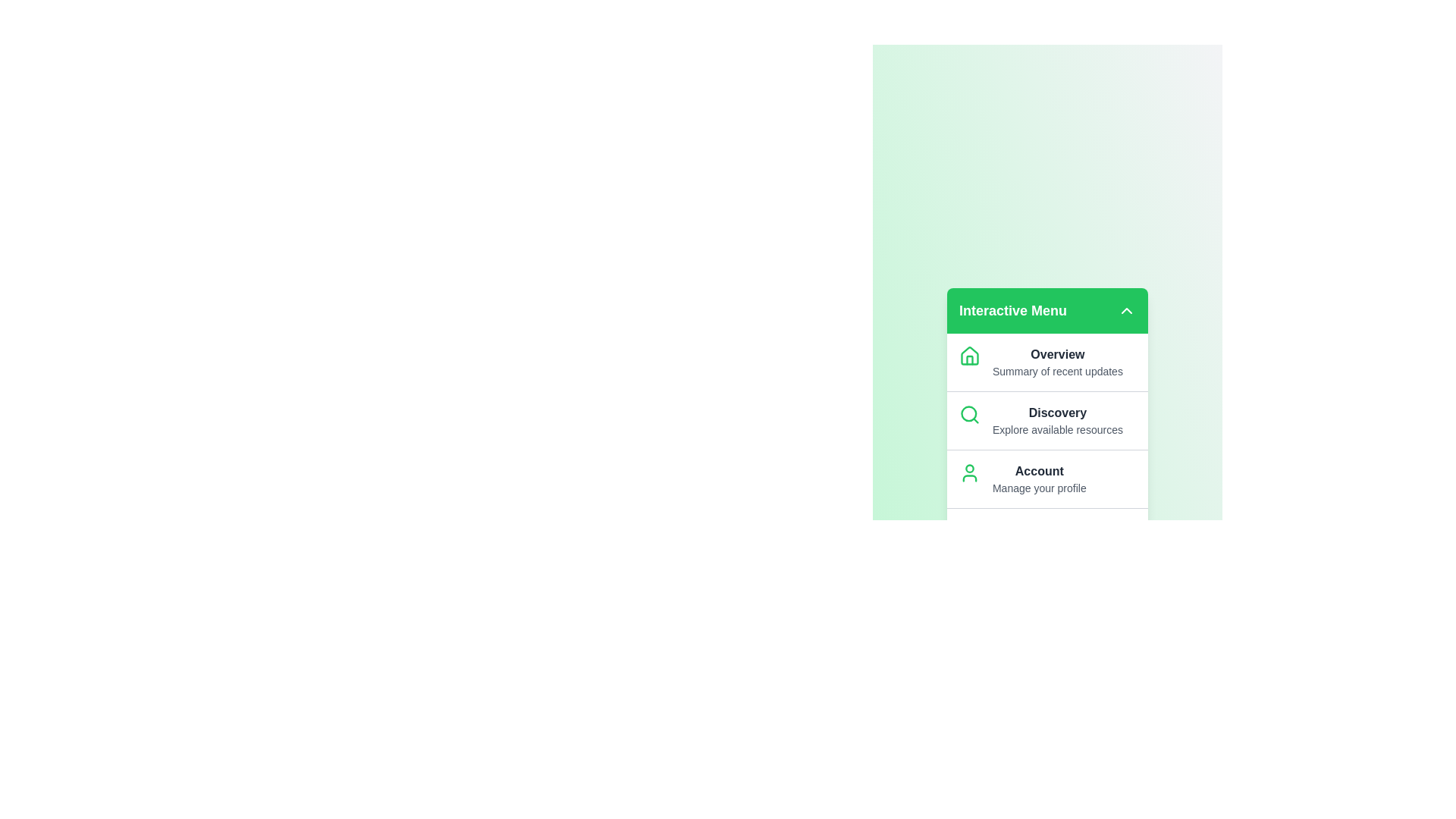 The width and height of the screenshot is (1456, 819). What do you see at coordinates (1046, 362) in the screenshot?
I see `the menu item labeled Overview to view its hover effect` at bounding box center [1046, 362].